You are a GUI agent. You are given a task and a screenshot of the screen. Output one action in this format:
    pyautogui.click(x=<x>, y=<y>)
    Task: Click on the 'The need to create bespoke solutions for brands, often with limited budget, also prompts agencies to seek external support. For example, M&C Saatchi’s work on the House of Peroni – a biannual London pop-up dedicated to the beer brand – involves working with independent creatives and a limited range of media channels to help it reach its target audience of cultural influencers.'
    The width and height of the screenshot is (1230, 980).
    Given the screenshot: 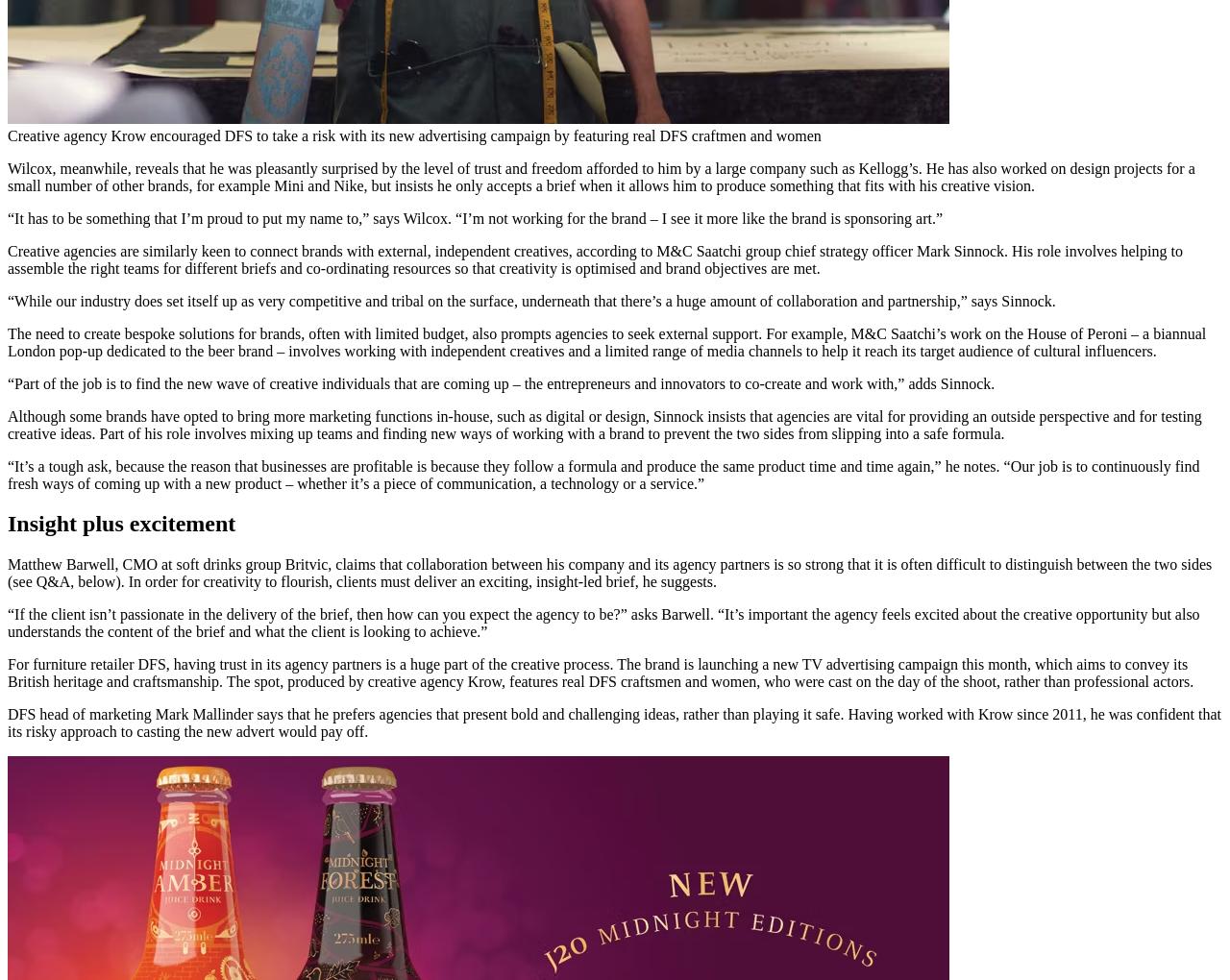 What is the action you would take?
    pyautogui.click(x=605, y=340)
    